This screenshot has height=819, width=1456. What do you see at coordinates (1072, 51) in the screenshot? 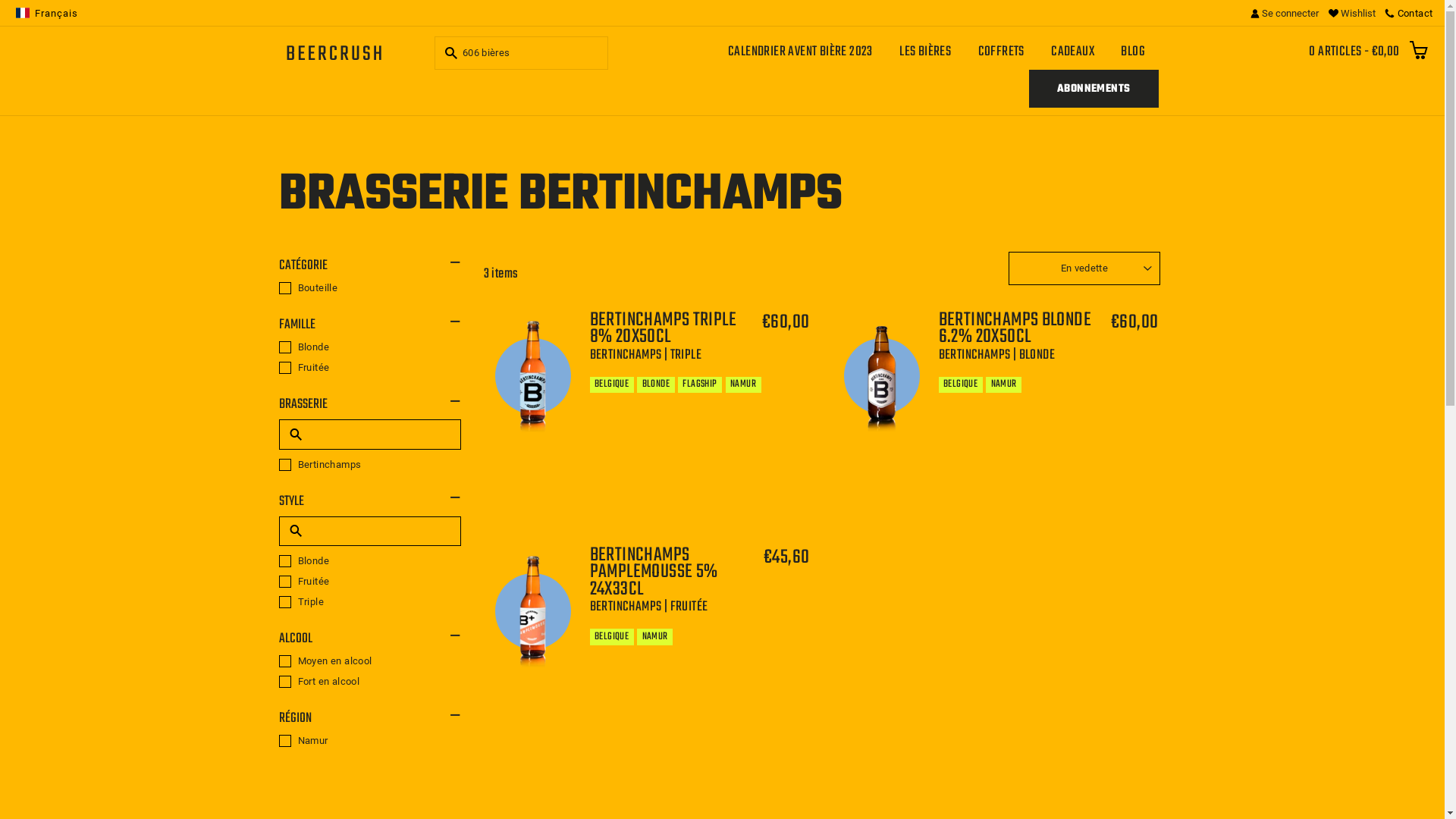
I see `'CADEAUX'` at bounding box center [1072, 51].